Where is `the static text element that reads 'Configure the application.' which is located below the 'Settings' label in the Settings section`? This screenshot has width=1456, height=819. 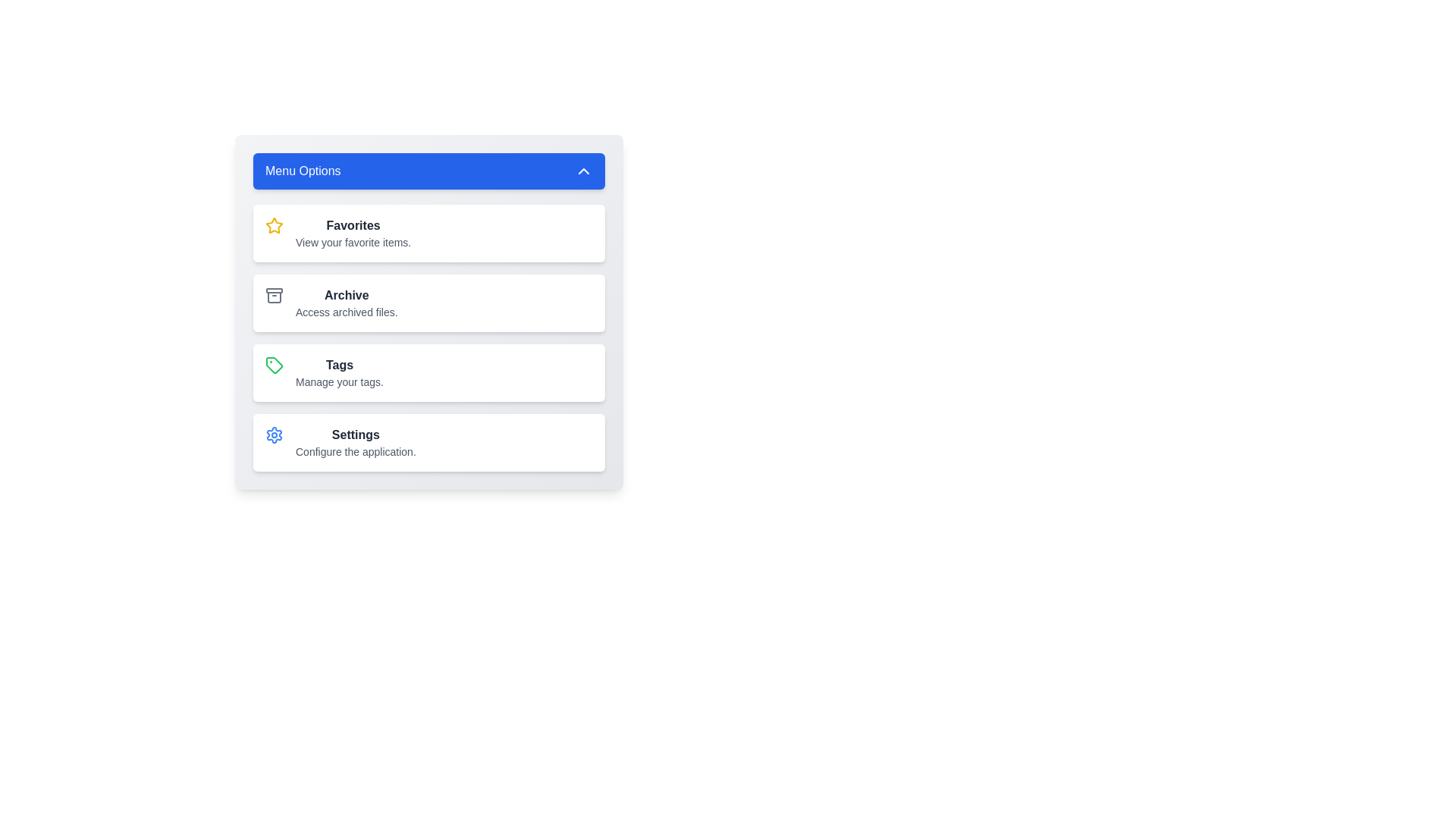
the static text element that reads 'Configure the application.' which is located below the 'Settings' label in the Settings section is located at coordinates (355, 451).